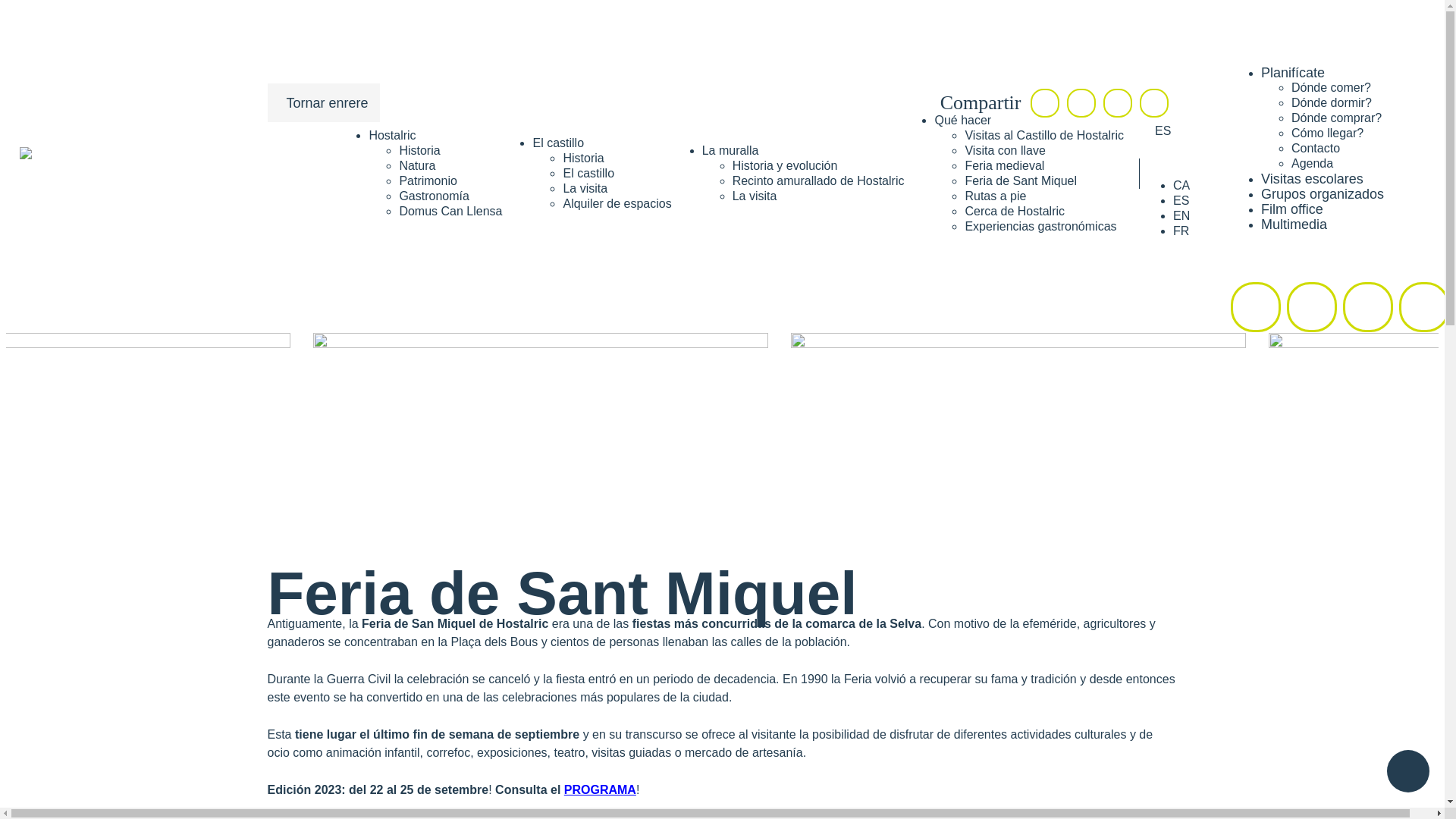 The width and height of the screenshot is (1456, 819). I want to click on 'La visita', so click(755, 195).